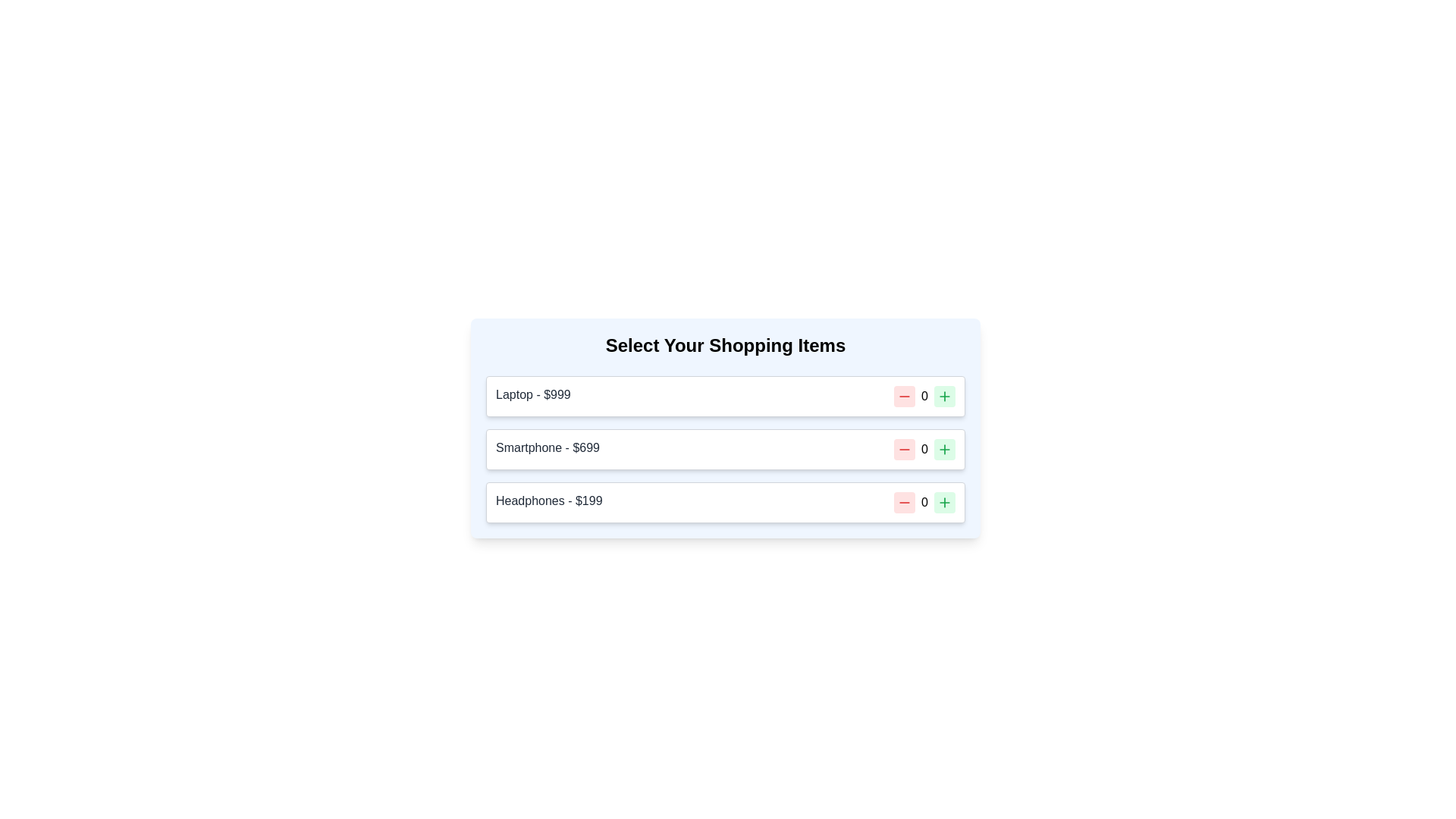 This screenshot has height=819, width=1456. What do you see at coordinates (924, 503) in the screenshot?
I see `the digit '0' text label representing the quantity adjustment for 'Headphones - $199' located in the central portion of the quantity adjustment panel` at bounding box center [924, 503].